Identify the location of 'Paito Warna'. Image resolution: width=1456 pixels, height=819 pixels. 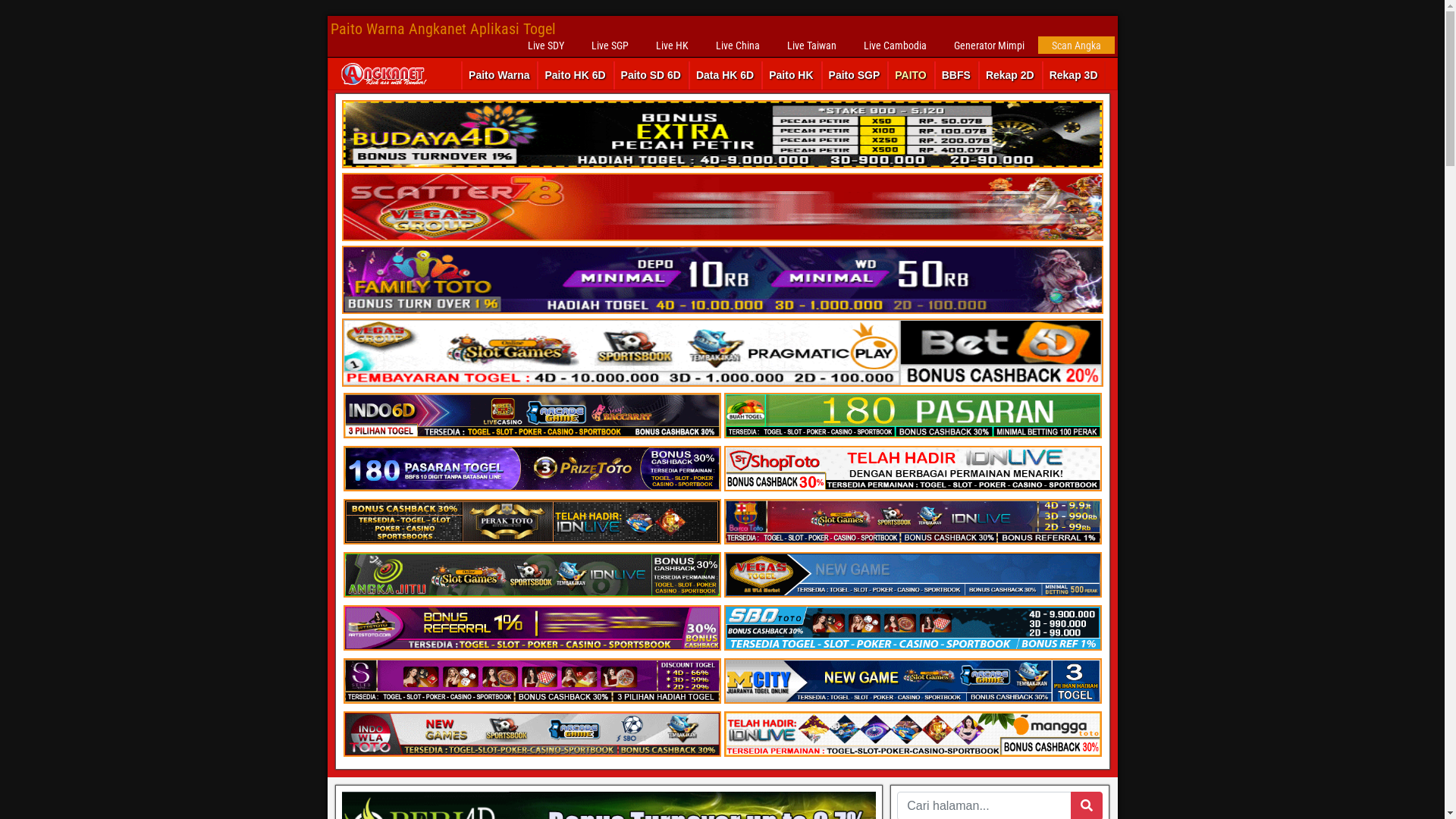
(498, 75).